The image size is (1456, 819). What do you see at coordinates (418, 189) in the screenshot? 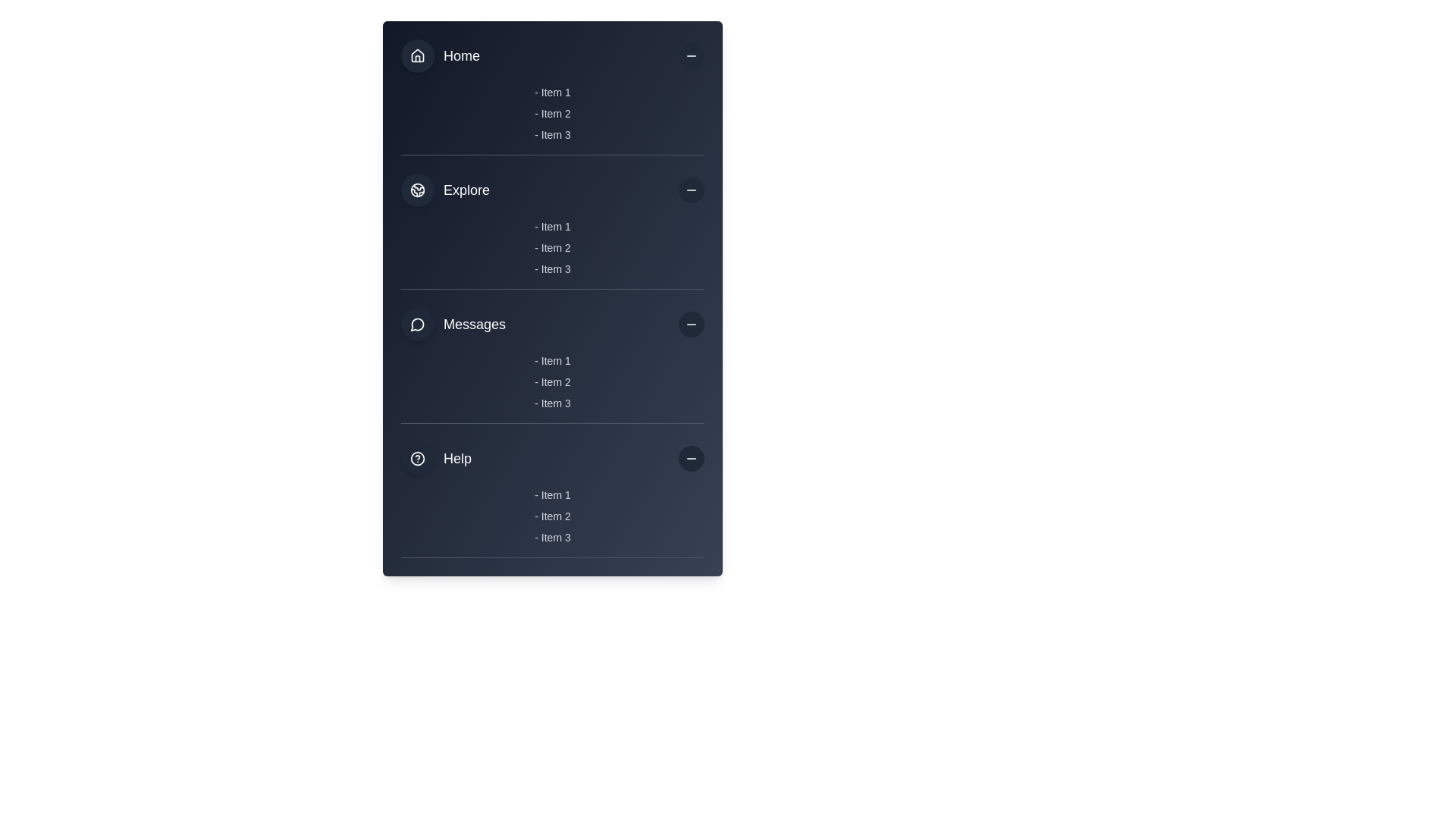
I see `the globe icon in the Explore section of the left-side navigation menu` at bounding box center [418, 189].